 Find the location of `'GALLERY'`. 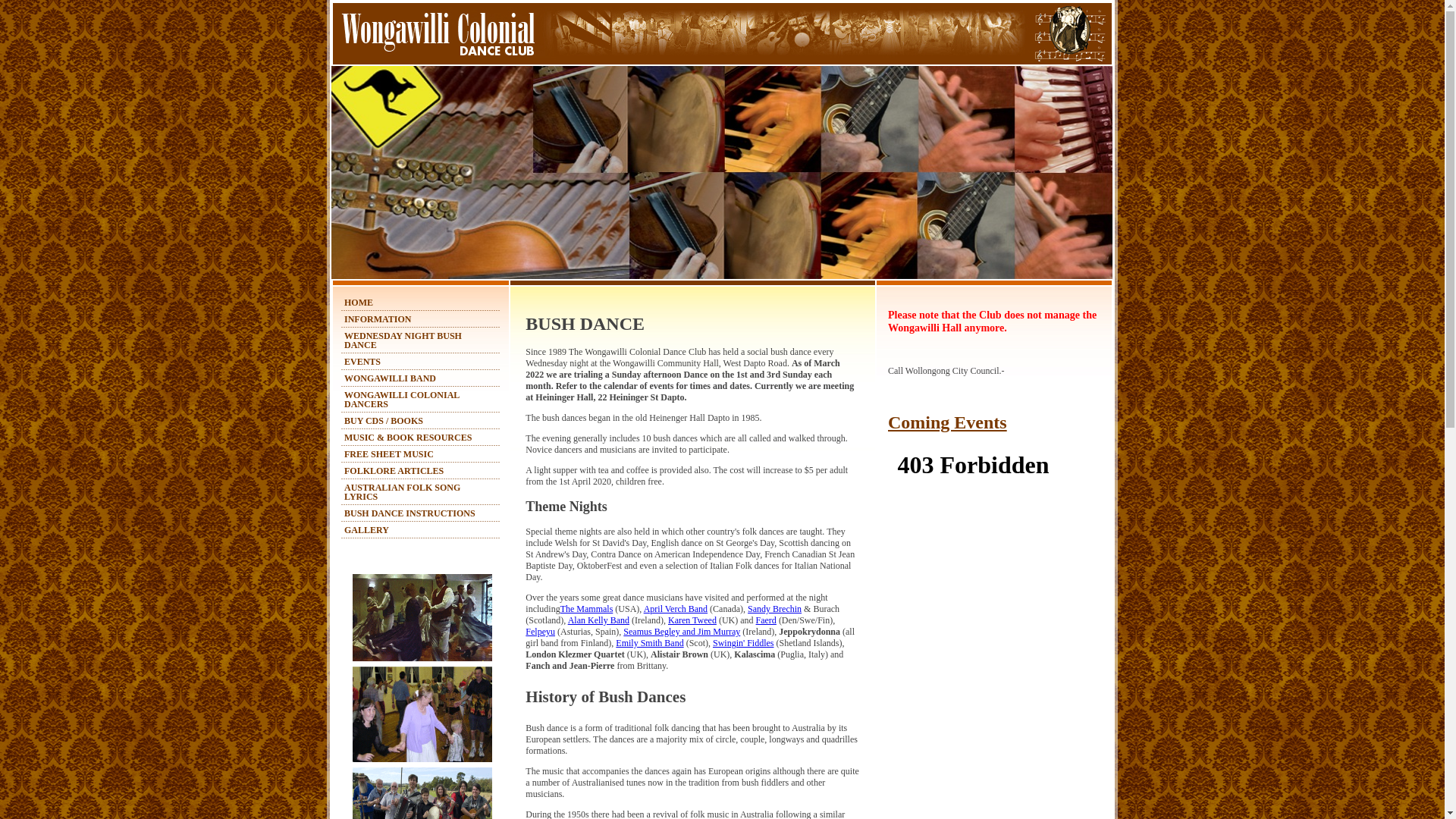

'GALLERY' is located at coordinates (366, 529).